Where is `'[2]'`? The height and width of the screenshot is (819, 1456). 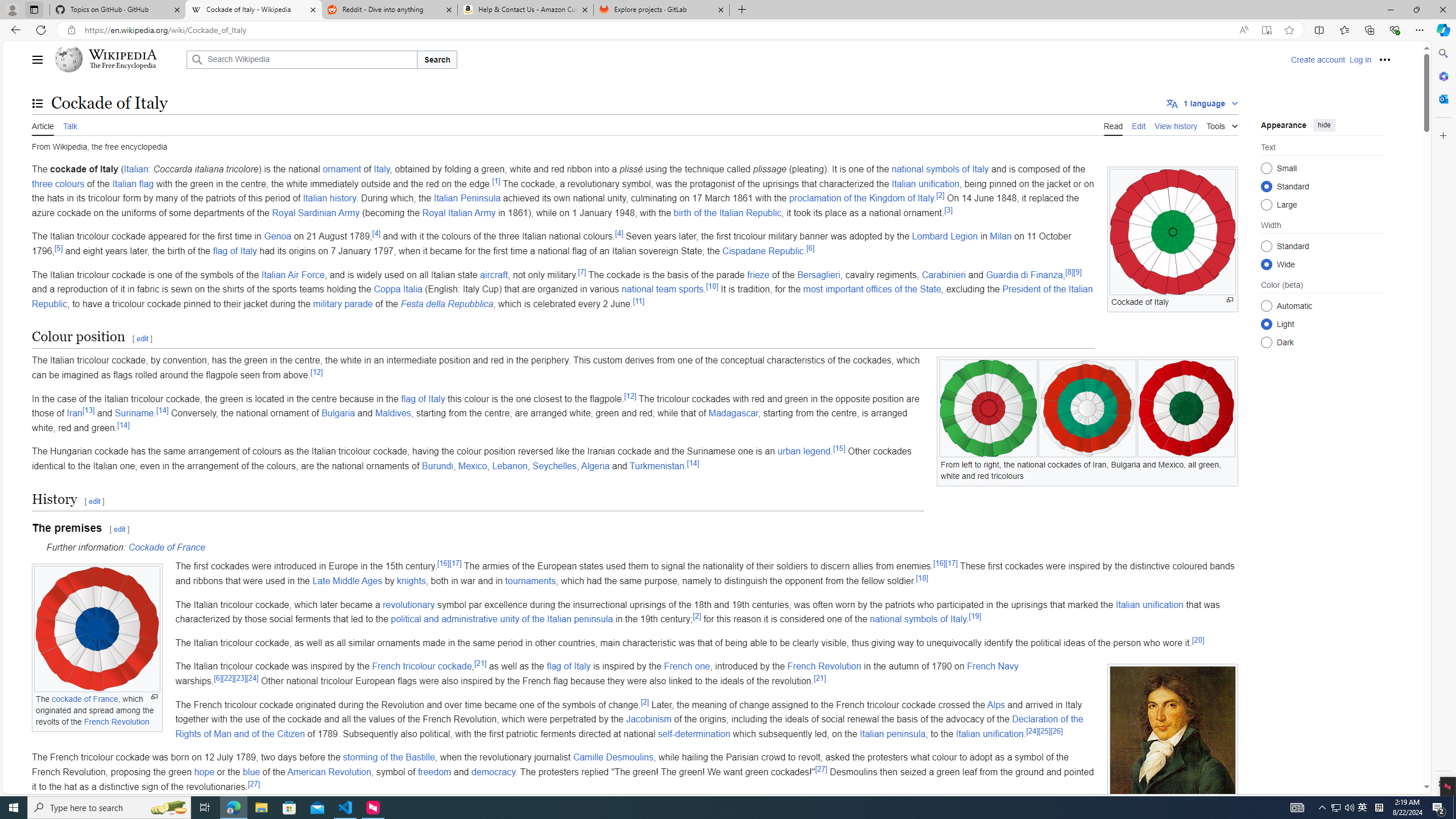
'[2]' is located at coordinates (644, 701).